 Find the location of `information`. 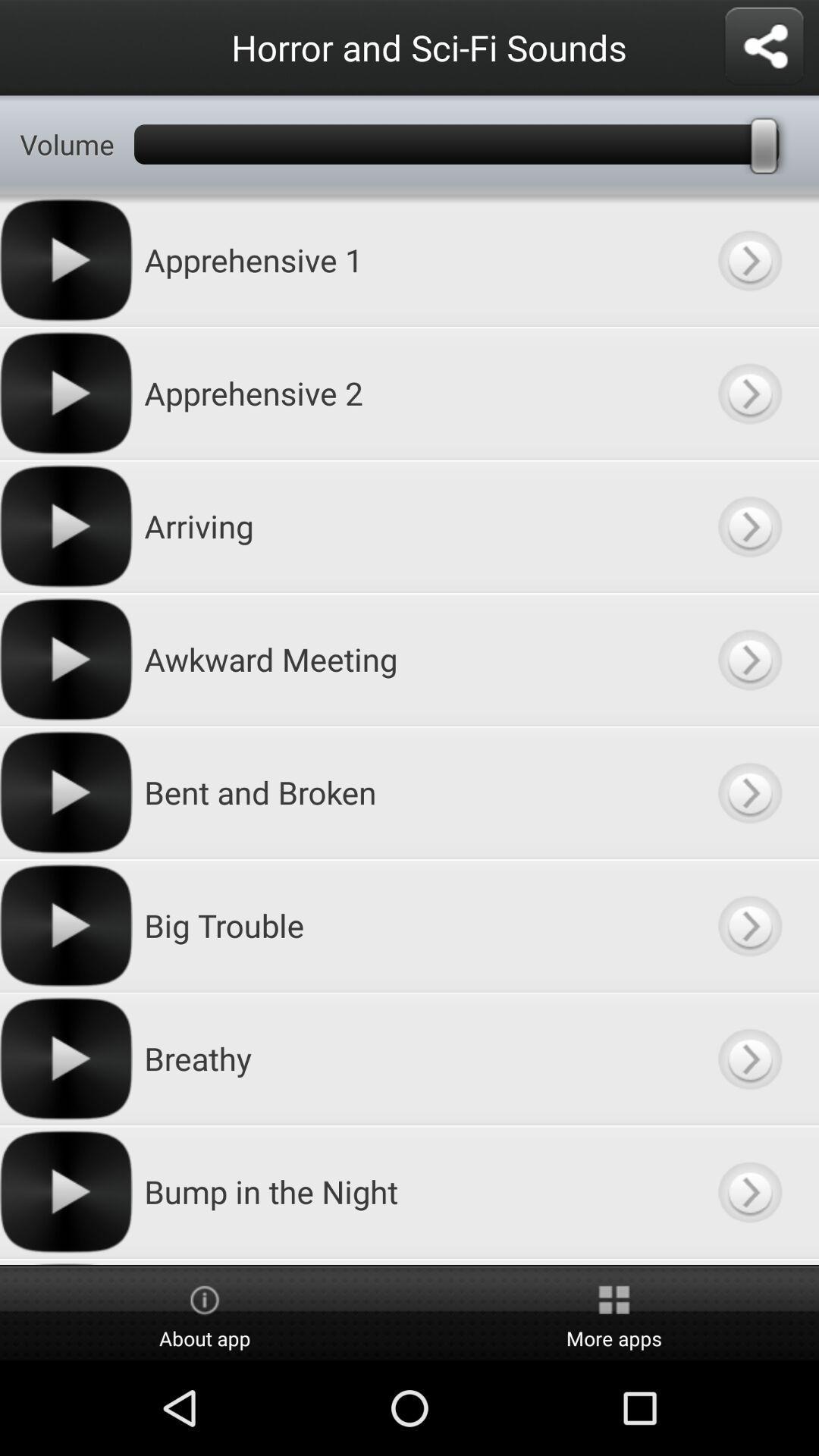

information is located at coordinates (748, 260).